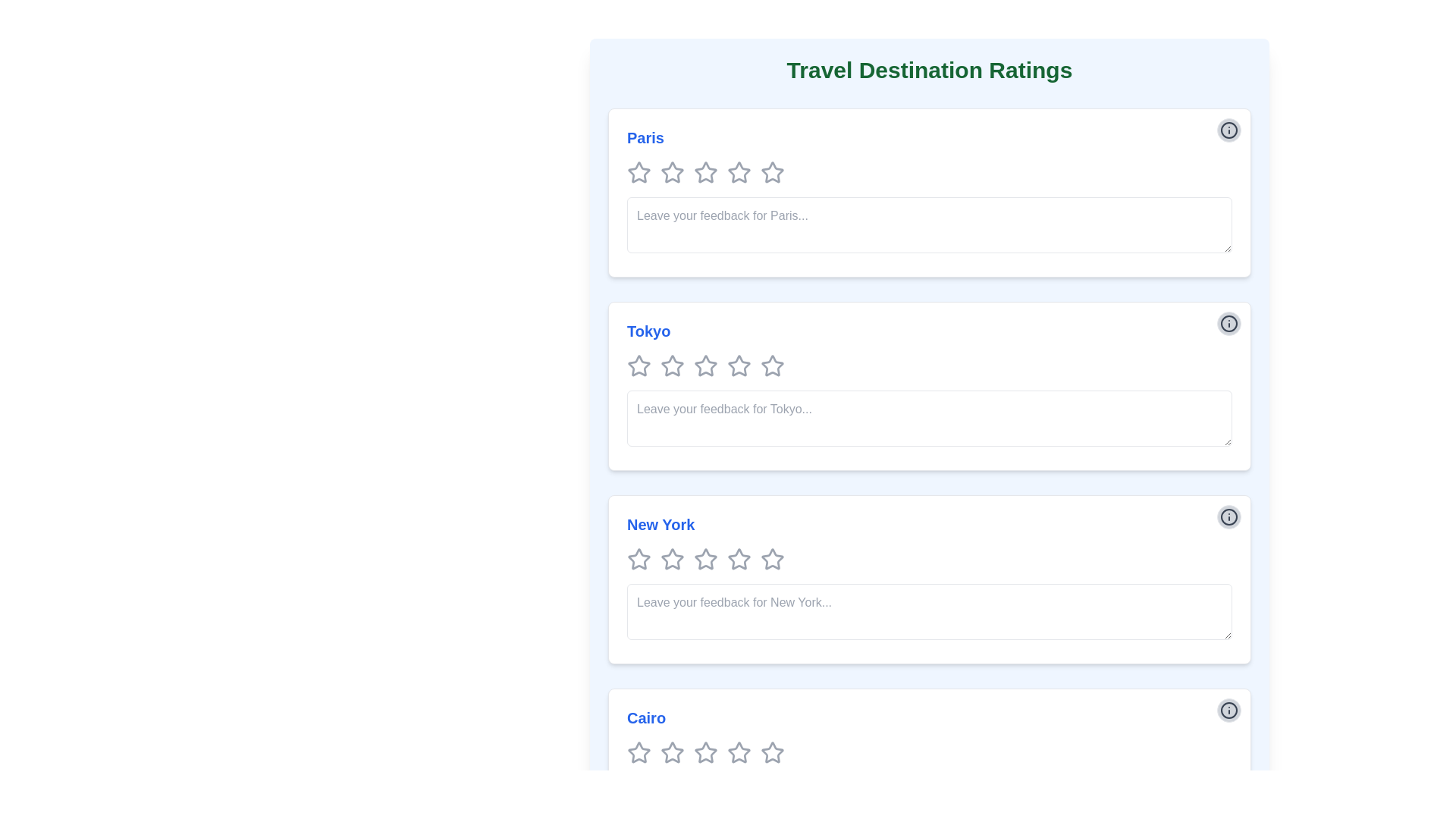 The height and width of the screenshot is (819, 1456). What do you see at coordinates (772, 366) in the screenshot?
I see `the fourth star icon in the rating system for the 'Tokyo' destination to rate it` at bounding box center [772, 366].